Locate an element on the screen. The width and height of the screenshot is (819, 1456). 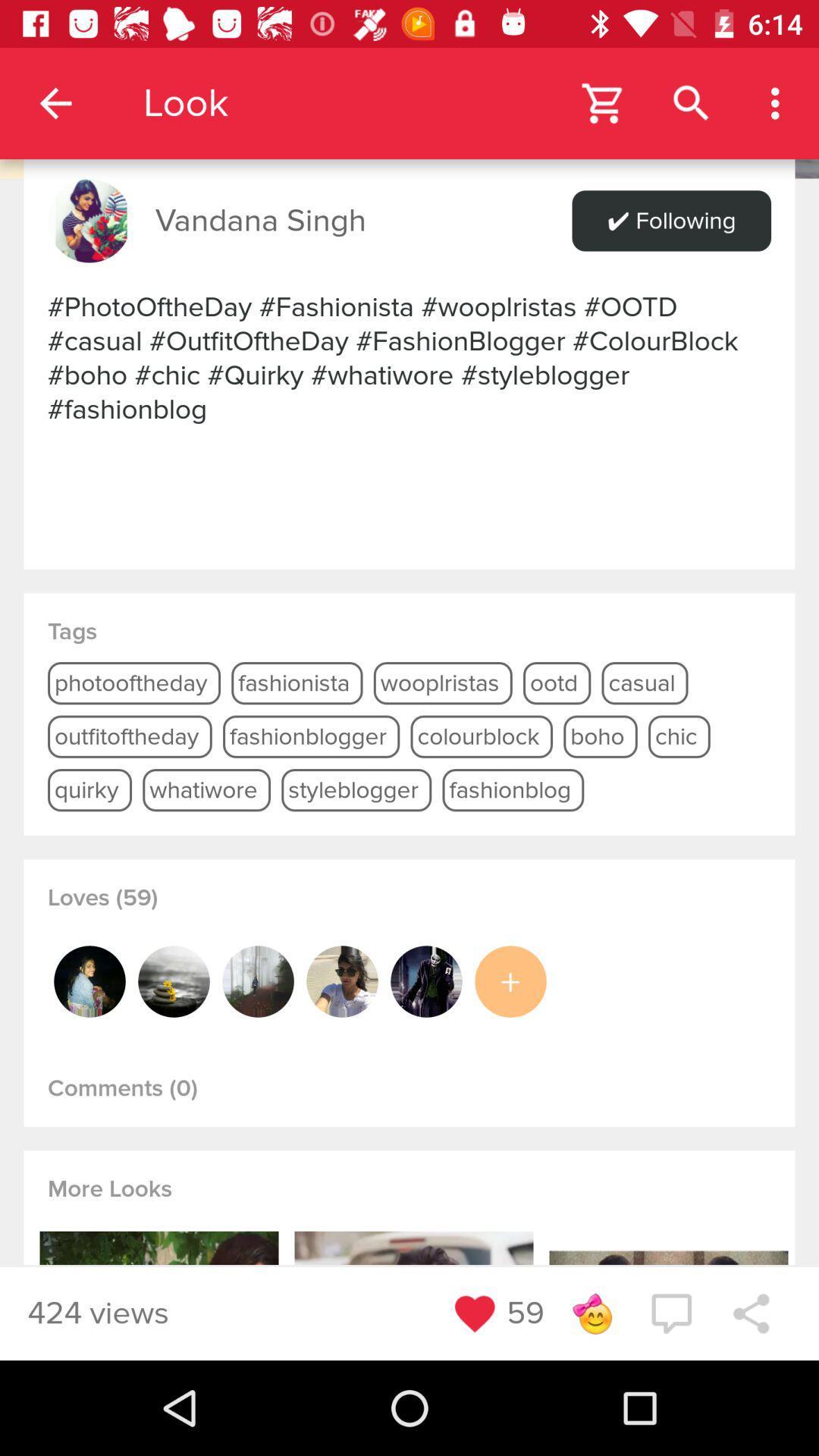
share media is located at coordinates (751, 1313).